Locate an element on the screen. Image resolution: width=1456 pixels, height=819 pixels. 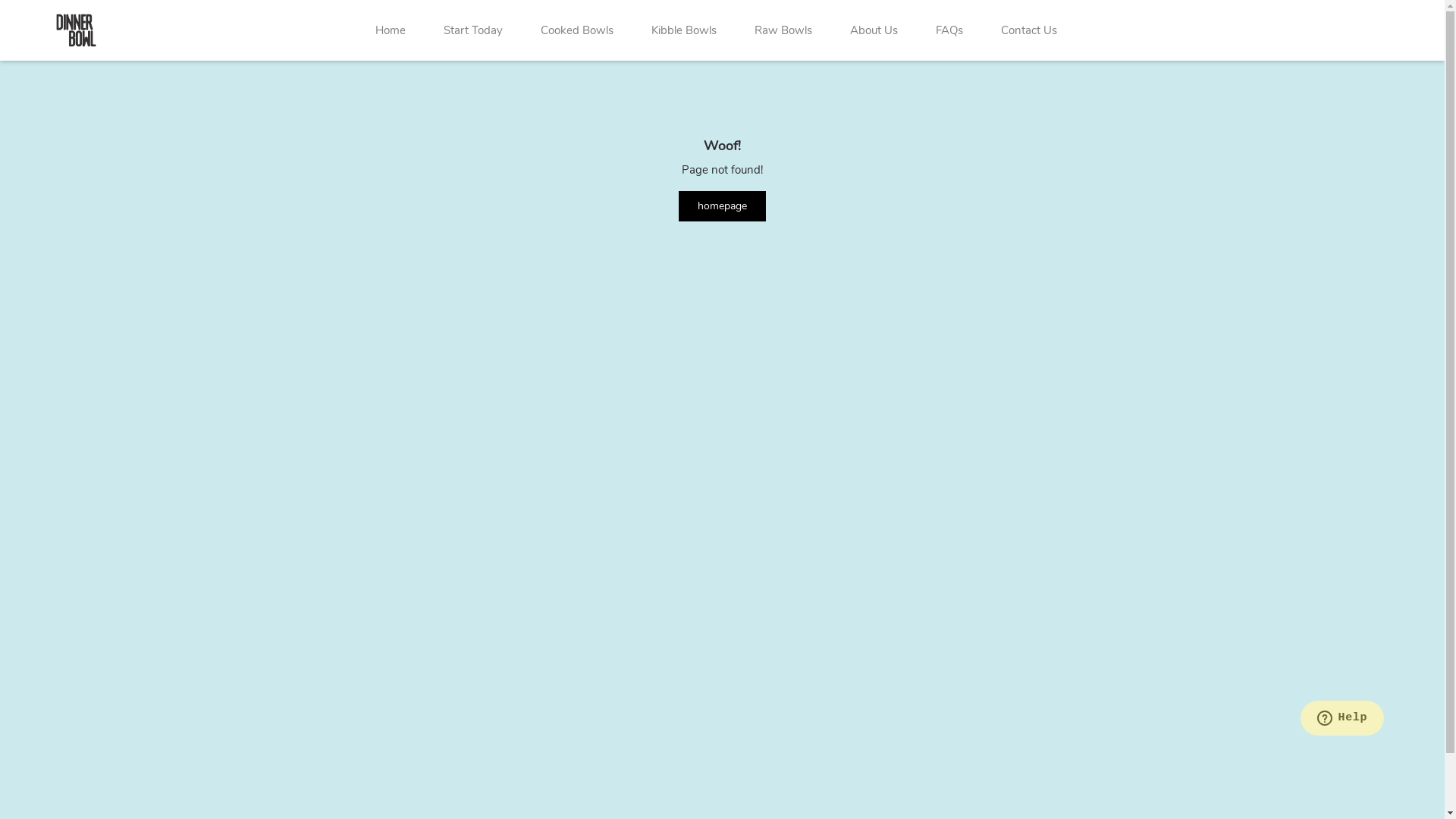
'homepage' is located at coordinates (721, 206).